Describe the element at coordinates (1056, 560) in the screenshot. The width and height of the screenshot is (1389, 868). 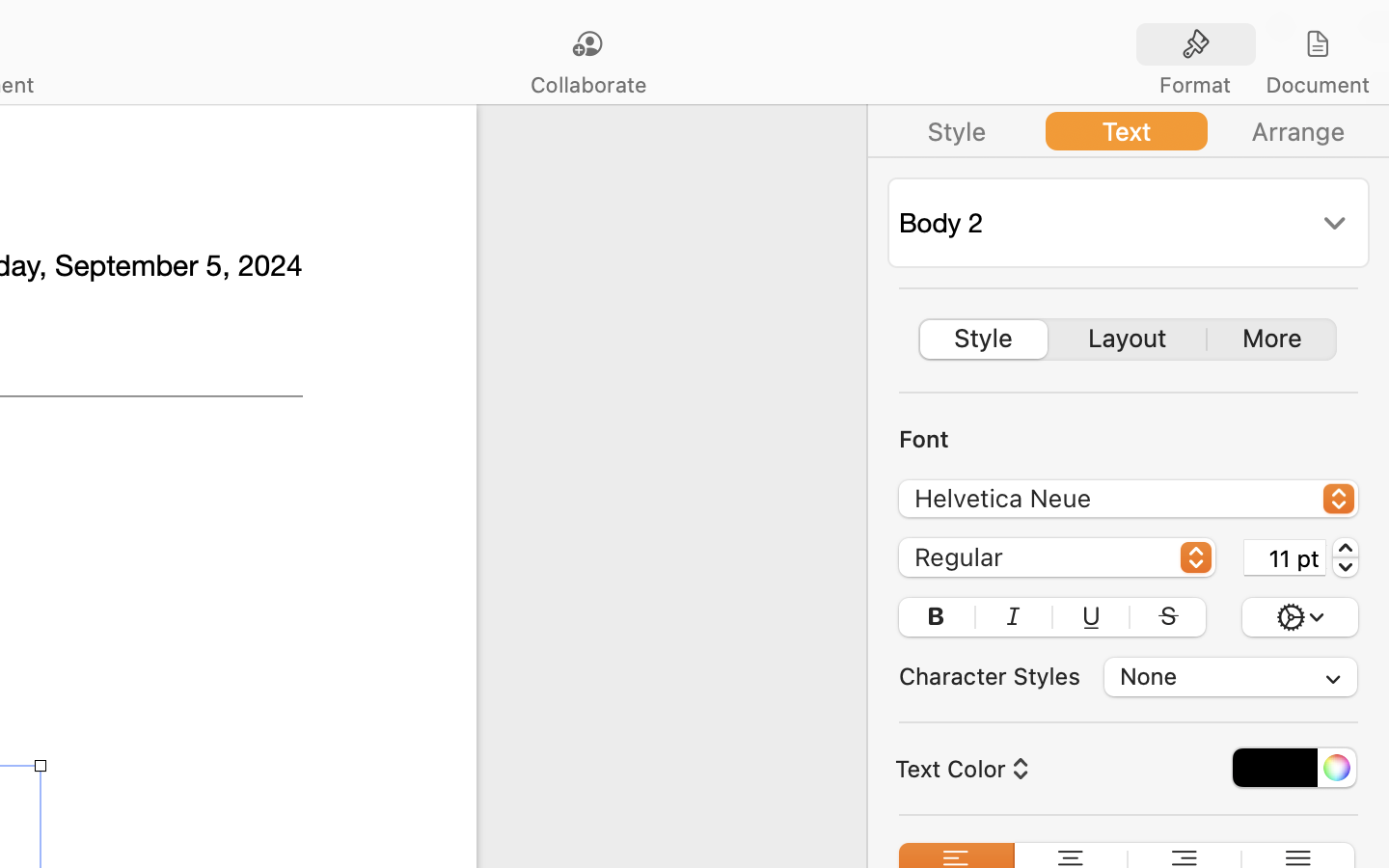
I see `'Regular'` at that location.